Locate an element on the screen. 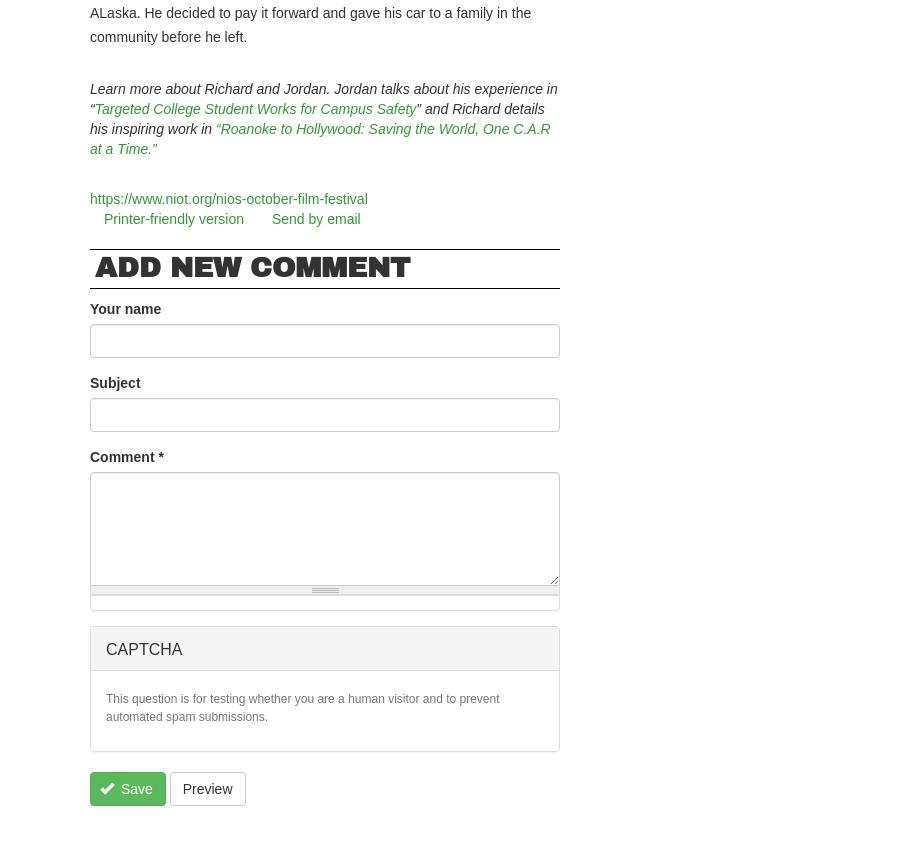 This screenshot has width=900, height=856. 'Subject' is located at coordinates (115, 382).